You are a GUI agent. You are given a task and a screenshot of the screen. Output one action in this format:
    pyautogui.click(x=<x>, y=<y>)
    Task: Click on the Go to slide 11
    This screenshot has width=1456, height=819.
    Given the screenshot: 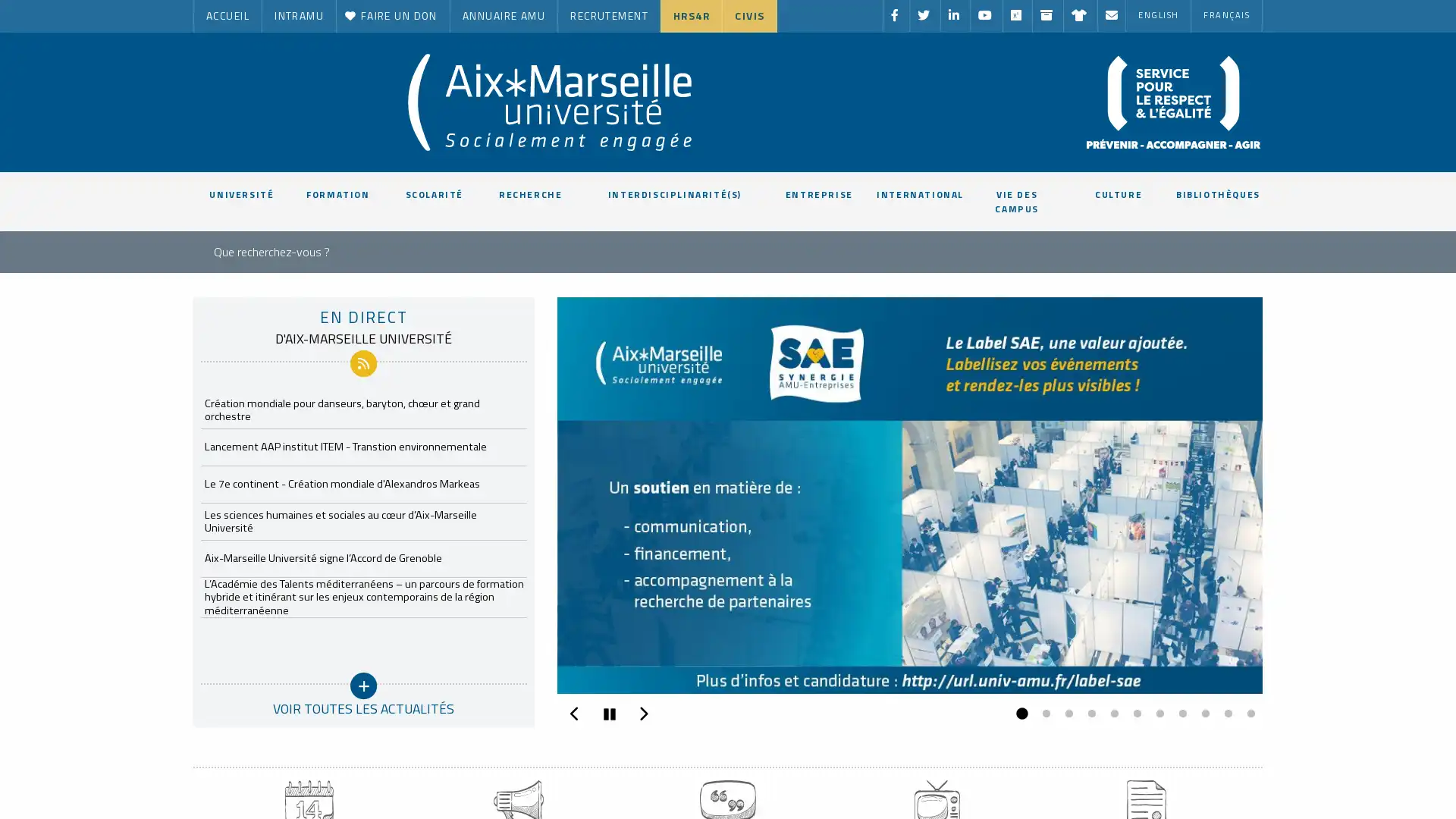 What is the action you would take?
    pyautogui.click(x=1247, y=714)
    